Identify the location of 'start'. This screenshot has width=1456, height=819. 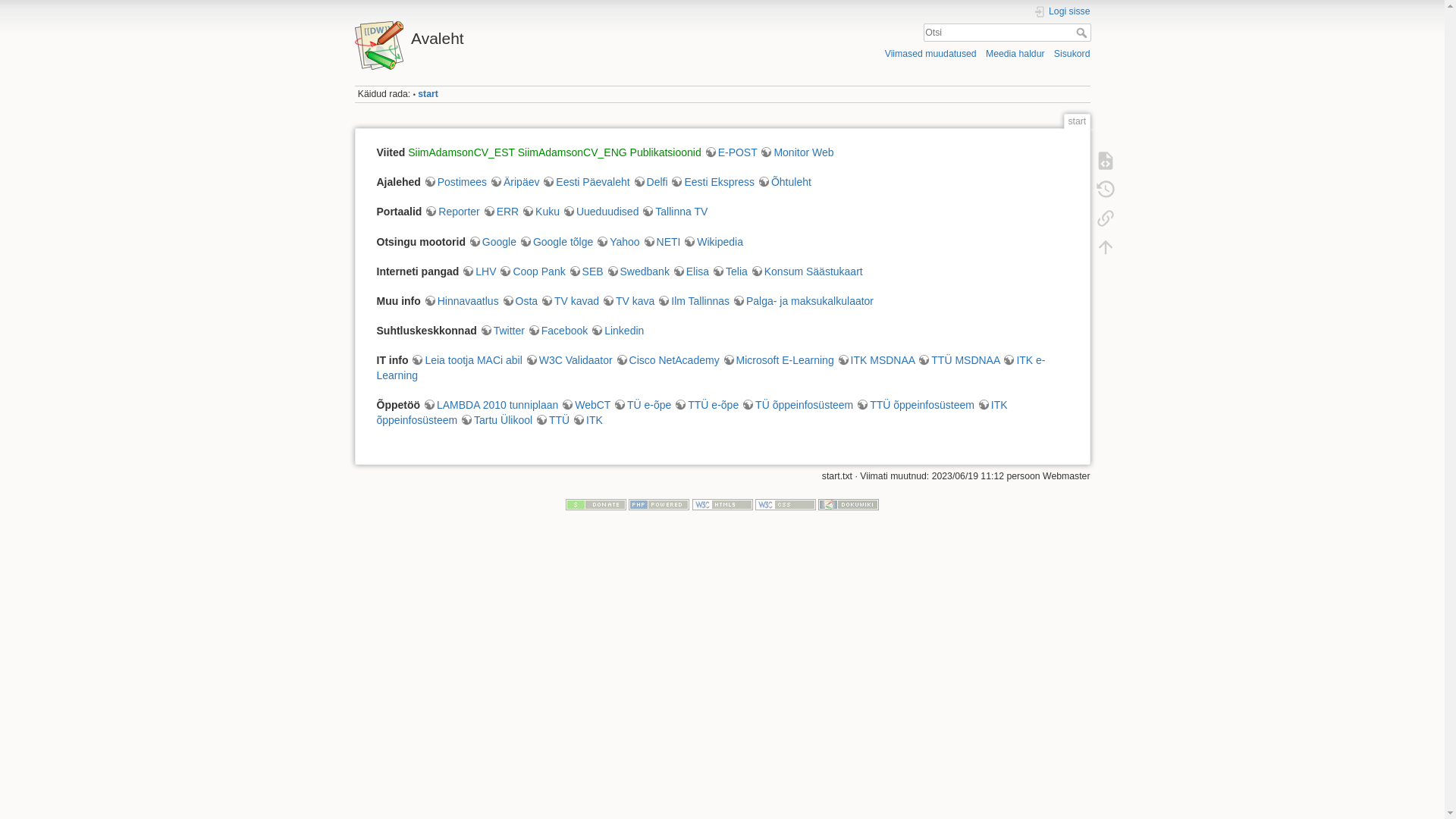
(427, 93).